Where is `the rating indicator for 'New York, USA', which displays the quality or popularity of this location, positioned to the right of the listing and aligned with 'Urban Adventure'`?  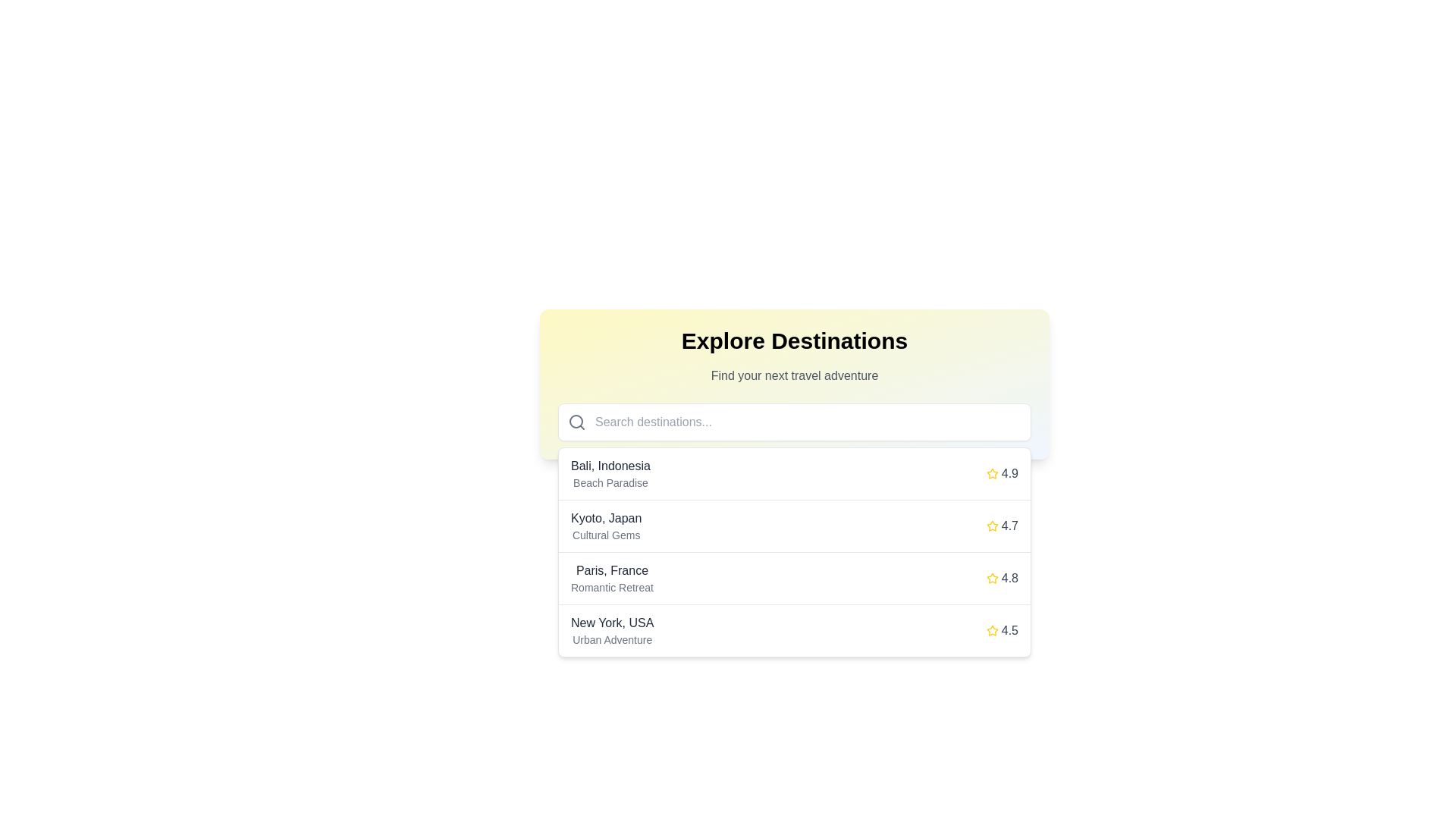 the rating indicator for 'New York, USA', which displays the quality or popularity of this location, positioned to the right of the listing and aligned with 'Urban Adventure' is located at coordinates (1002, 631).